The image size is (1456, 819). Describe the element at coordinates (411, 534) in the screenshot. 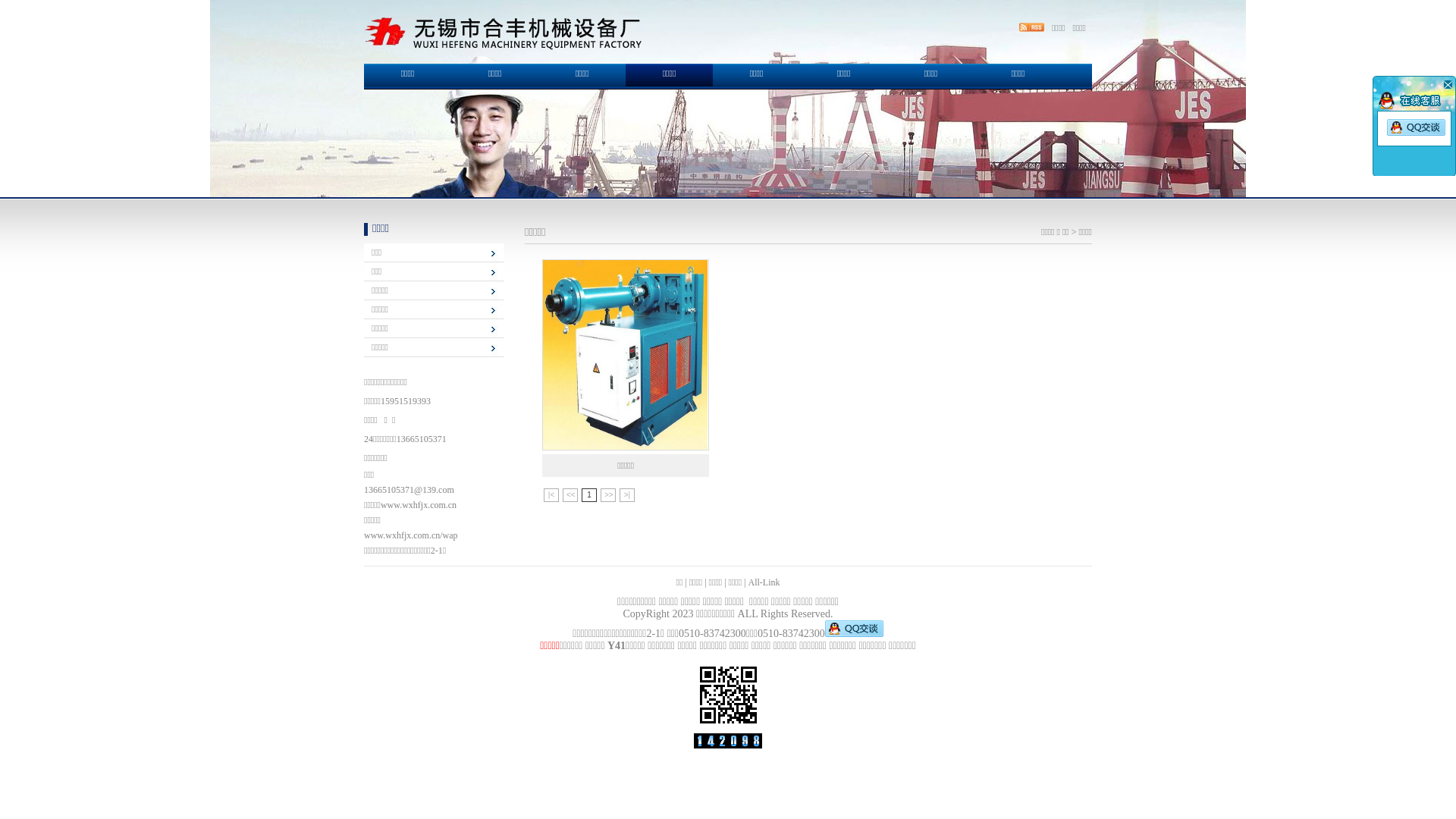

I see `'www.wxhfjx.com.cn/wap'` at that location.